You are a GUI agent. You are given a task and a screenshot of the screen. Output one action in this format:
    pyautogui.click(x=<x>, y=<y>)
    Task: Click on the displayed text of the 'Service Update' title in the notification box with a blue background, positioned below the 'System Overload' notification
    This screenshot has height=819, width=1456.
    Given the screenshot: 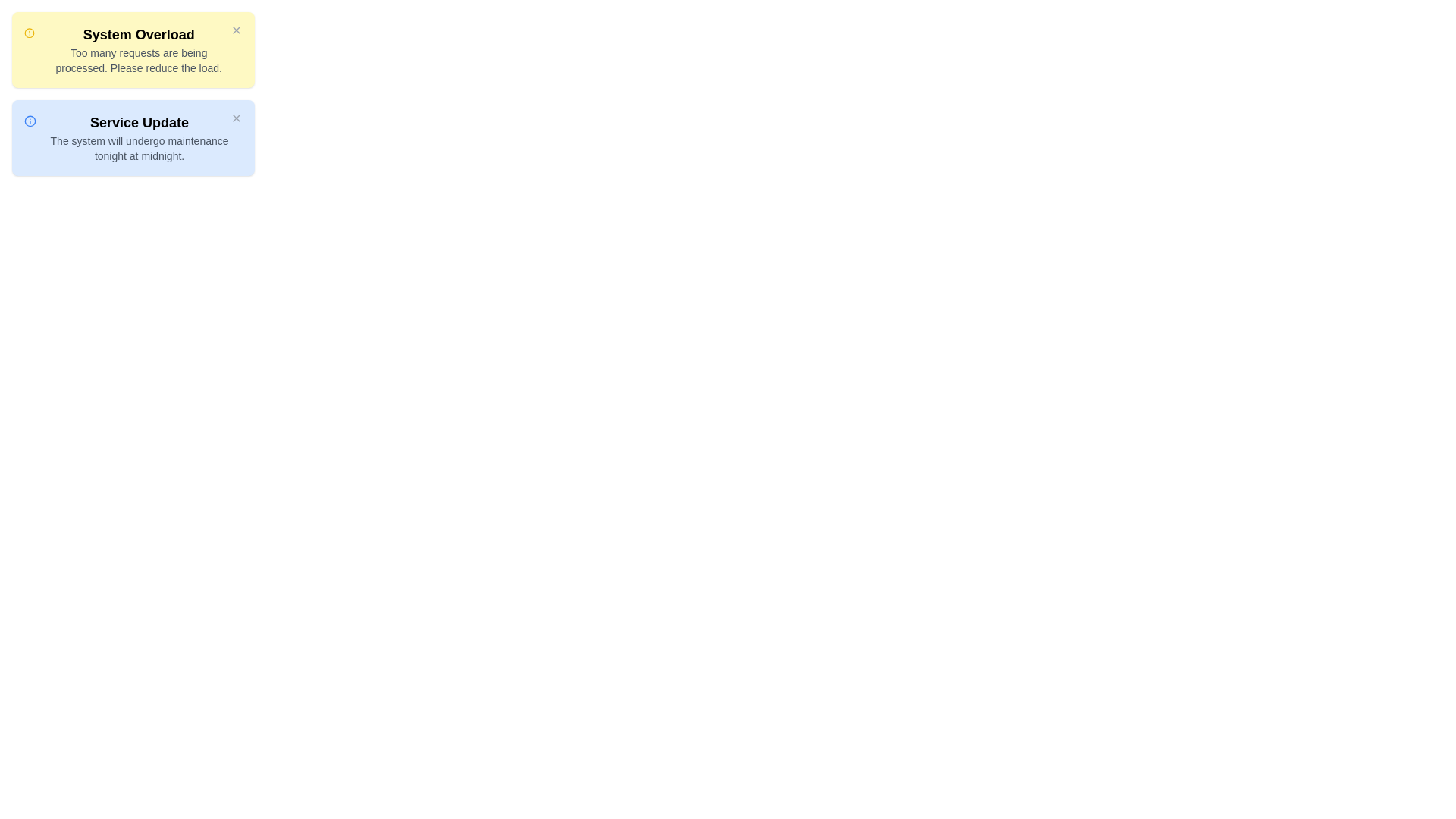 What is the action you would take?
    pyautogui.click(x=140, y=122)
    